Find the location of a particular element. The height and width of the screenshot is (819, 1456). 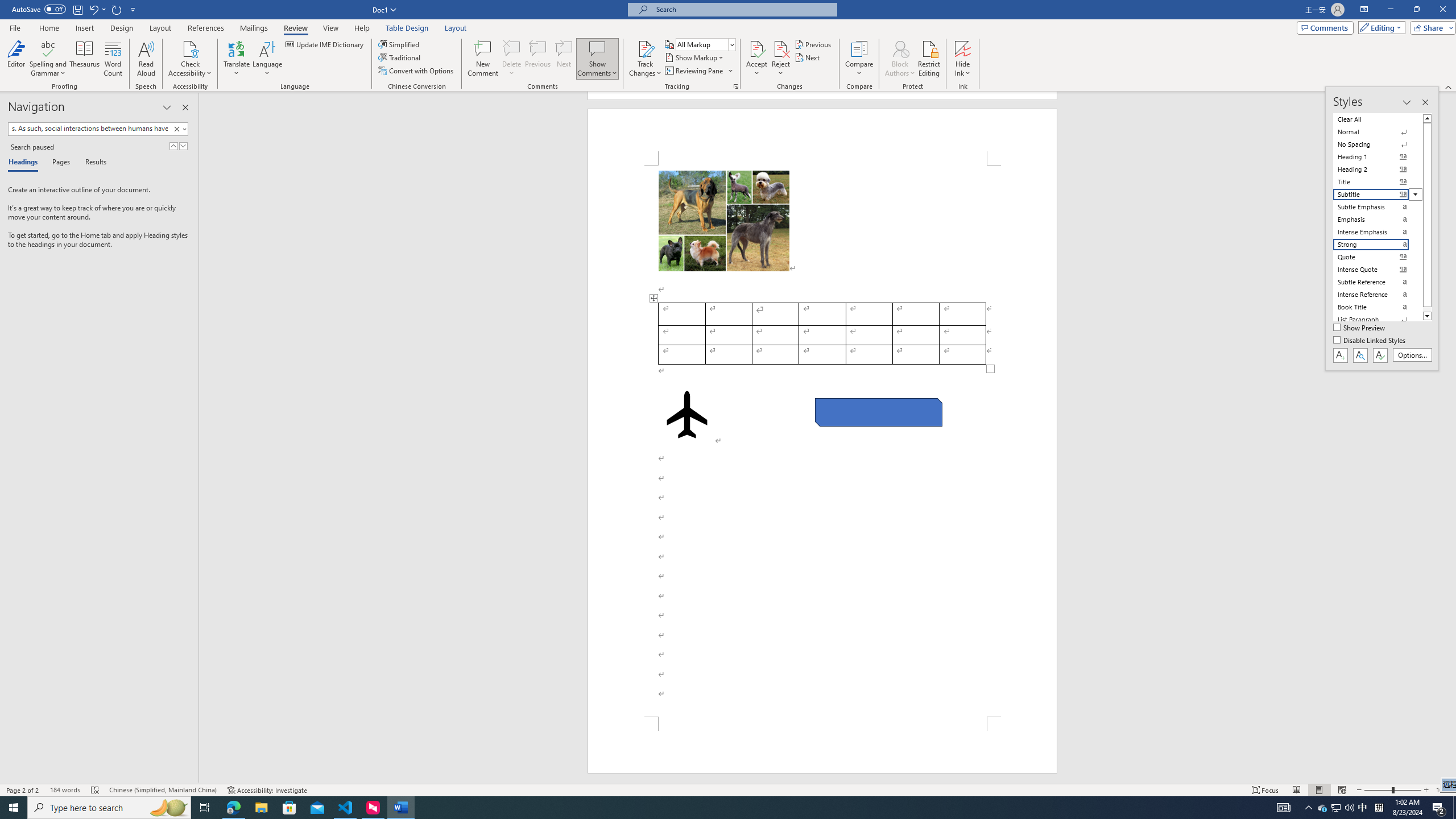

'Emphasis' is located at coordinates (1378, 218).